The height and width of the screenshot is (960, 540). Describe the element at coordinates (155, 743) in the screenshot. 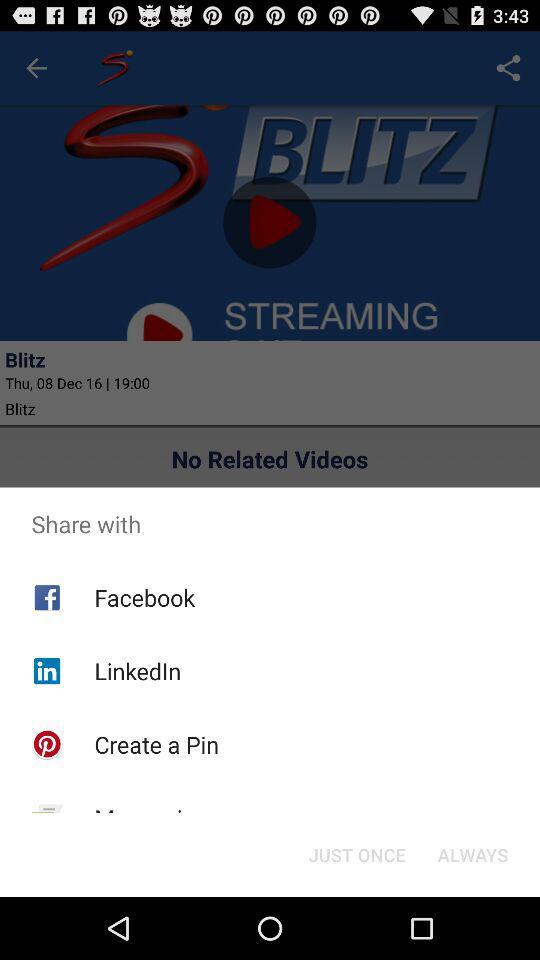

I see `item below the linkedin` at that location.